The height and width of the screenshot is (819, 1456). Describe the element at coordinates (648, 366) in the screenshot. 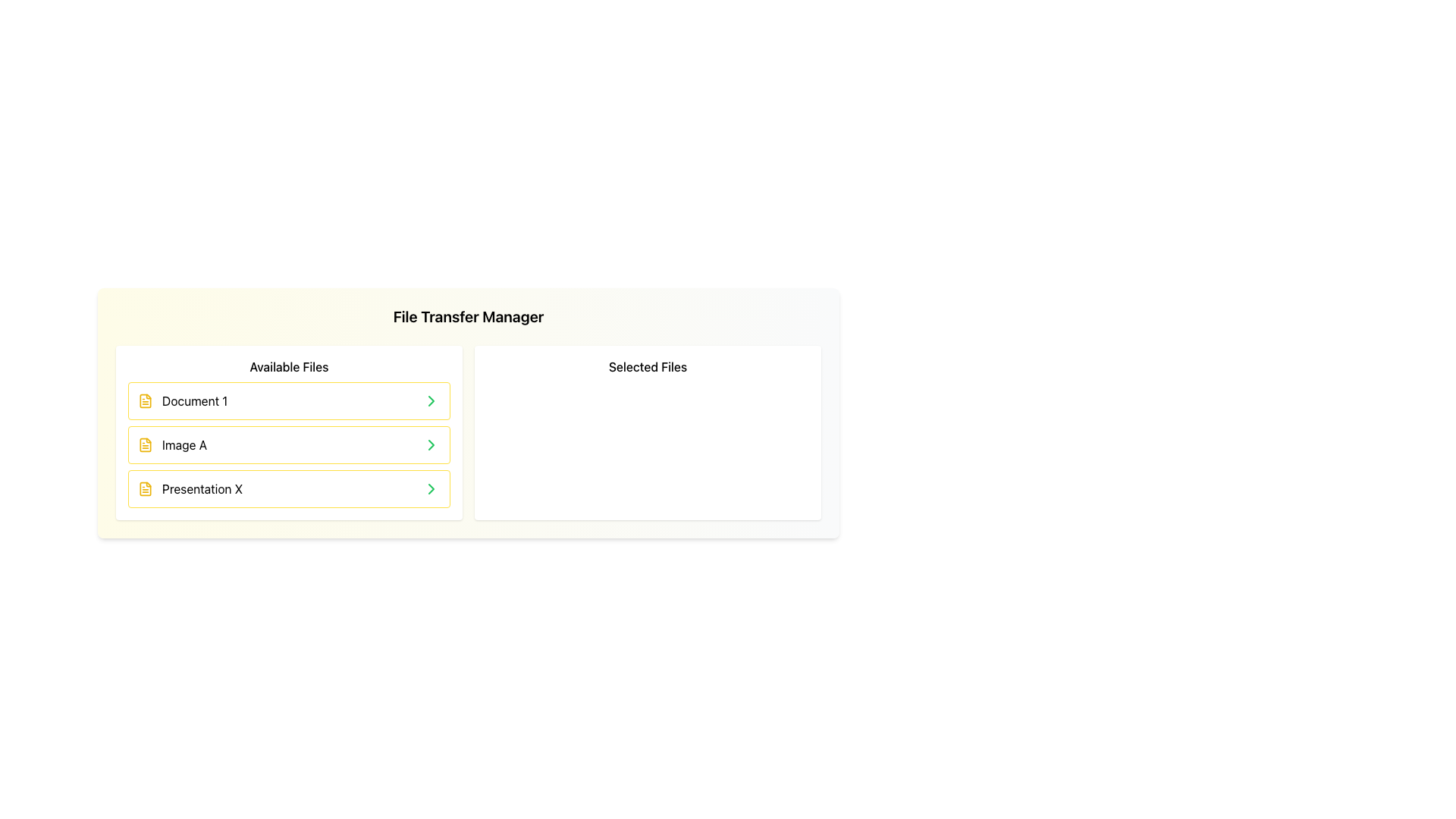

I see `the label that provides a title or heading for its associated content area, located at the top of its section on the right side of the interface` at that location.